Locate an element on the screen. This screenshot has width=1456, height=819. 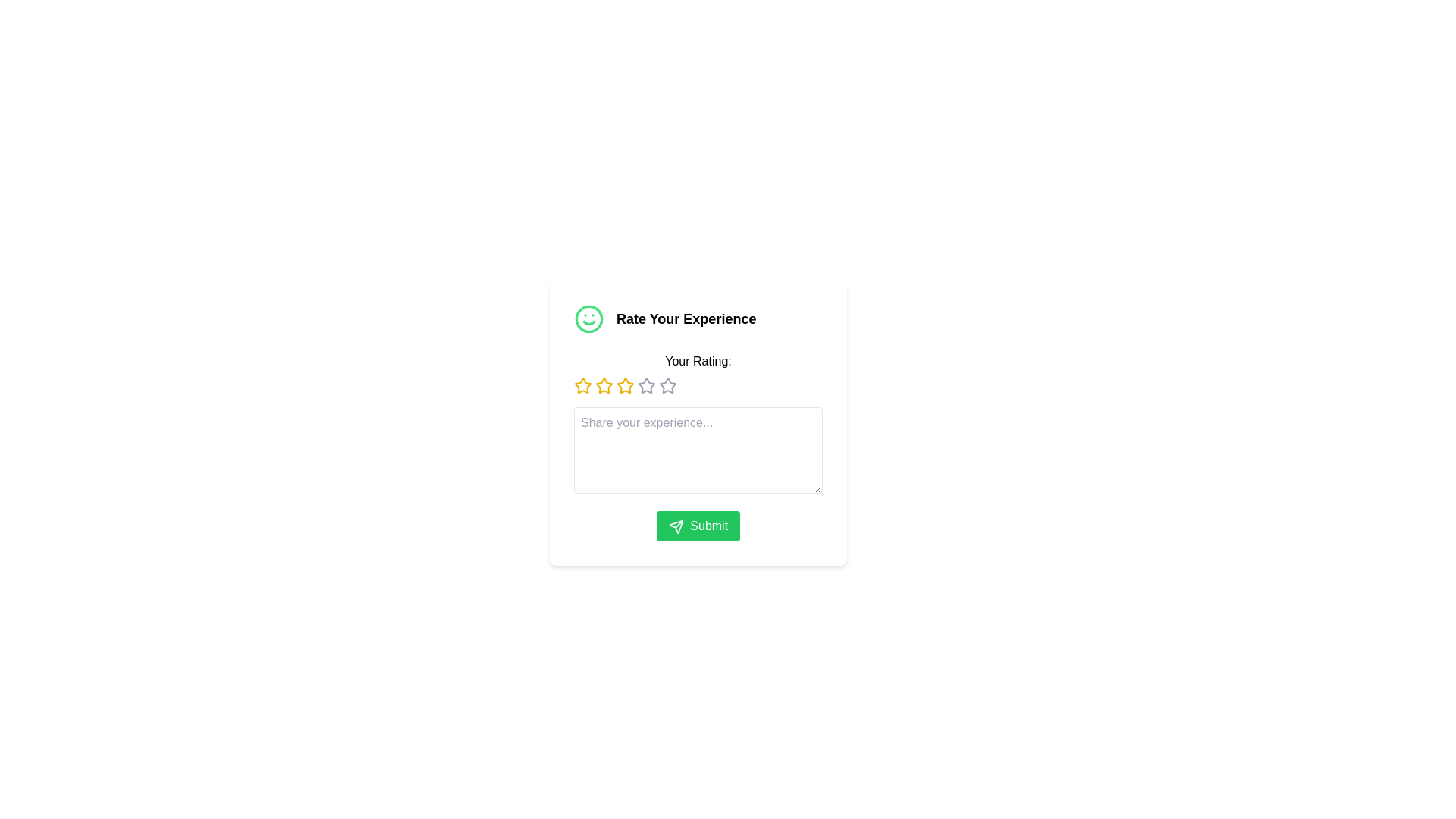
text label that says 'Rate Your Experience,' which is styled in bold and larger font, located above the interactive rating stars is located at coordinates (686, 318).